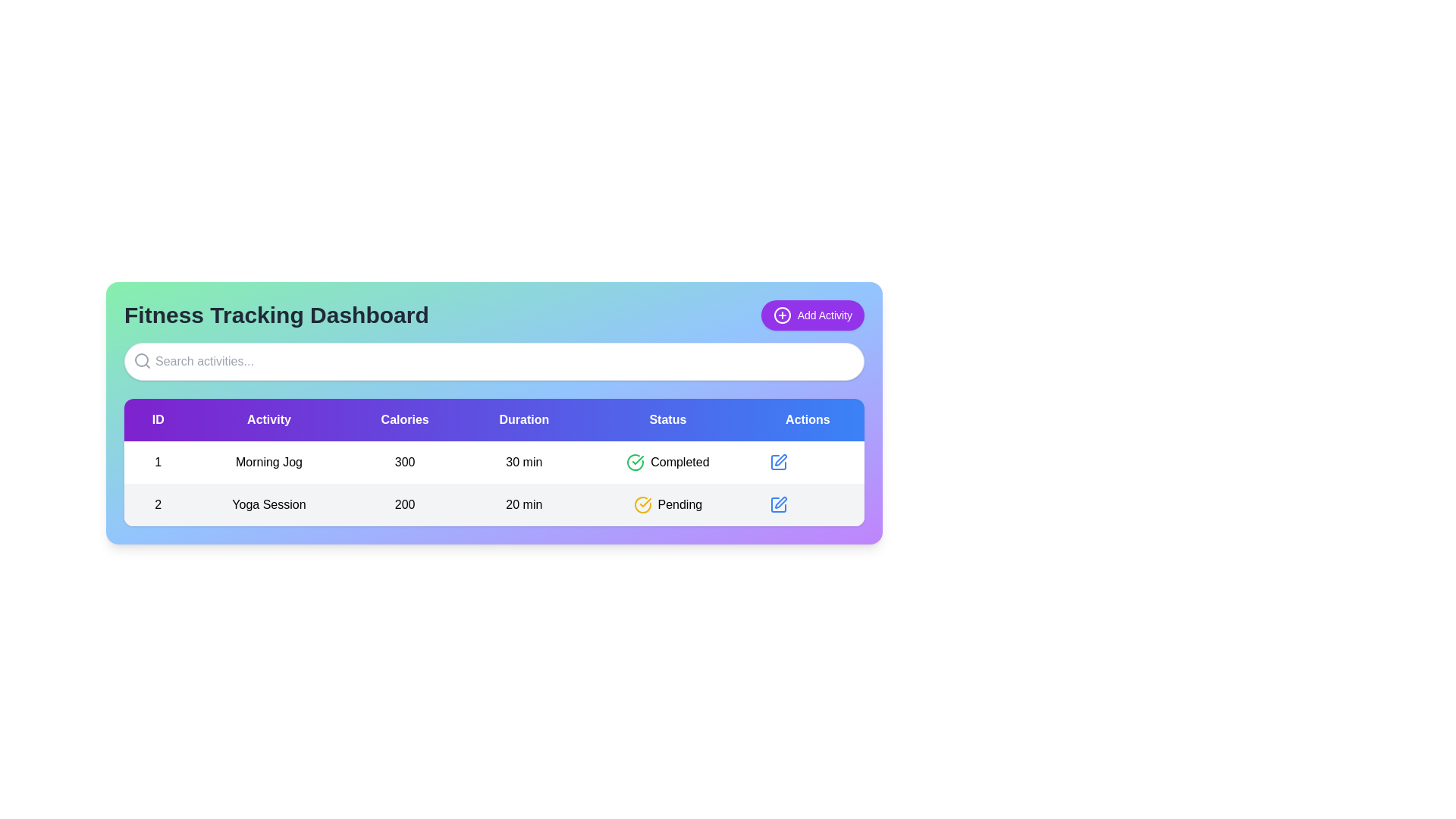  Describe the element at coordinates (269, 505) in the screenshot. I see `the static text label representing the activity name in the second row under the 'Activity' column of the fitness tracking table` at that location.